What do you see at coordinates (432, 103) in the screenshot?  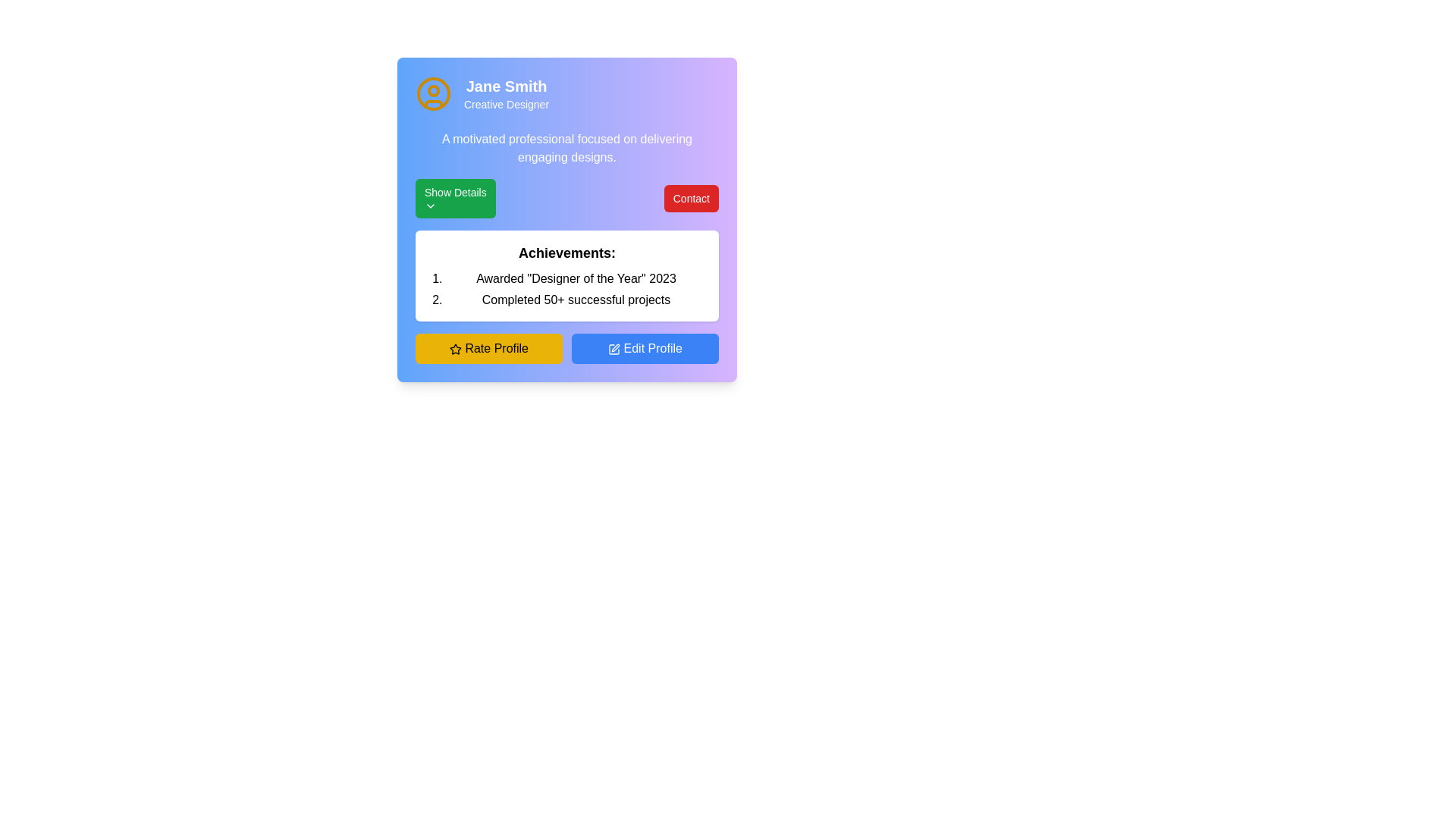 I see `the semicircular line forming the lower part of the user profile icon, styled with a stroke of 'currentColor' and located at the top-left corner of the card` at bounding box center [432, 103].